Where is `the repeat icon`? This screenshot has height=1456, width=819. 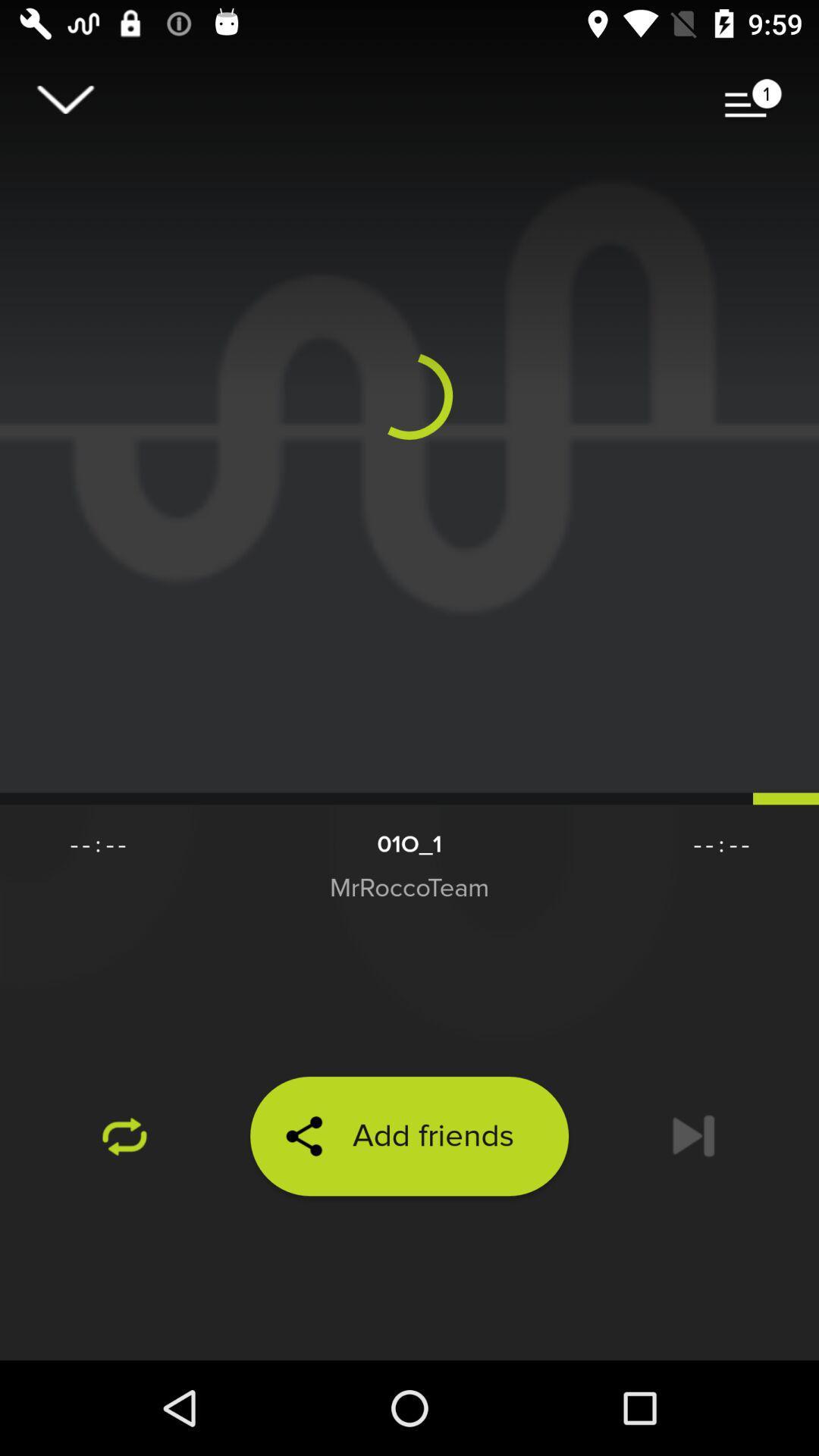 the repeat icon is located at coordinates (124, 1136).